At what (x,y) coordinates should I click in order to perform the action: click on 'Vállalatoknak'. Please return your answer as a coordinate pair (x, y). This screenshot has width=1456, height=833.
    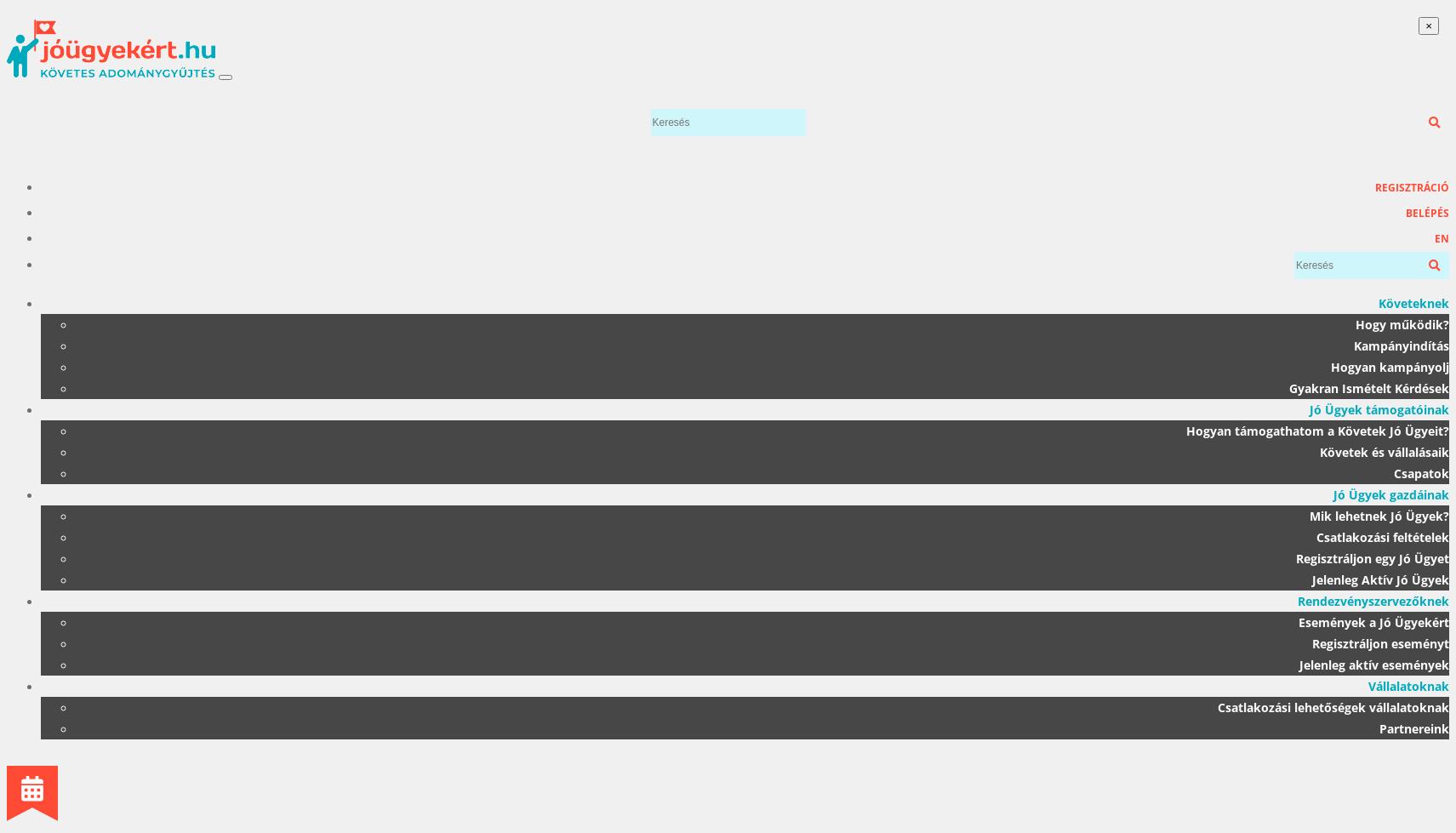
    Looking at the image, I should click on (1408, 685).